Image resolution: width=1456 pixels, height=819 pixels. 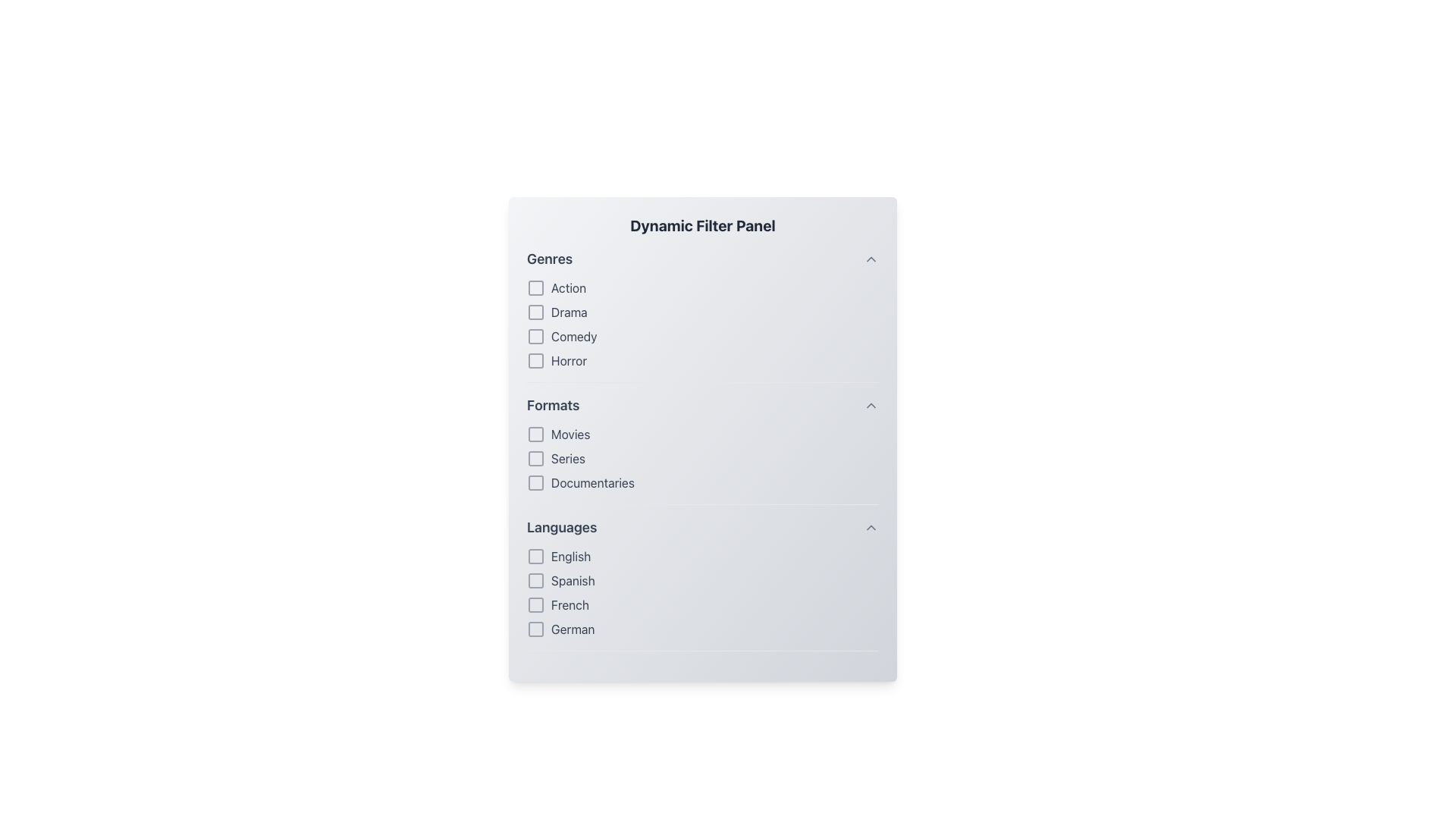 I want to click on on the checkbox located beside the 'Horror' label in the 'Genres' section of the filter panel, so click(x=535, y=360).